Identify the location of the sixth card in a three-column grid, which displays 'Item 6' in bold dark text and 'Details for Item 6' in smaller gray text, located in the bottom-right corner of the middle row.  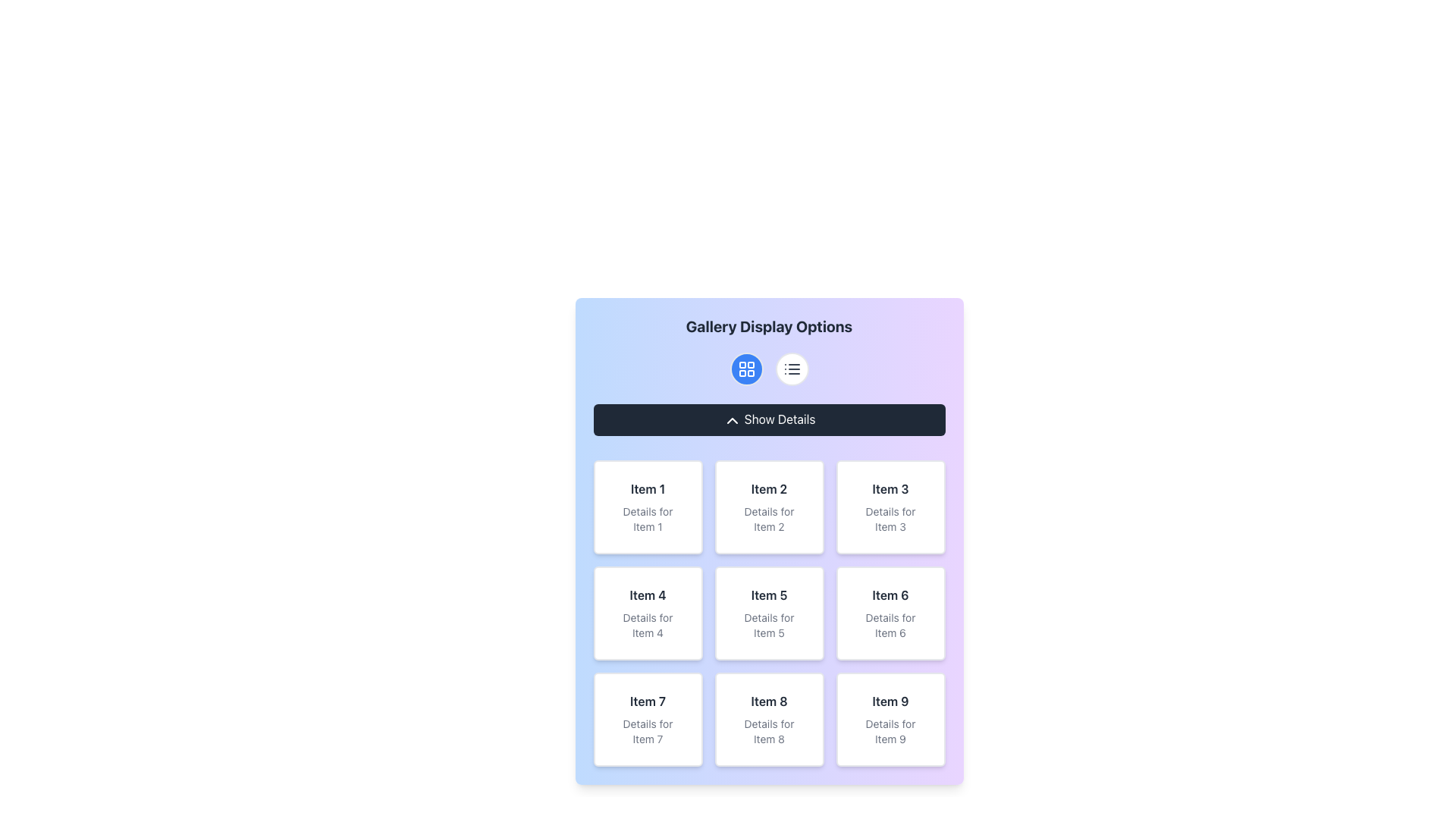
(890, 612).